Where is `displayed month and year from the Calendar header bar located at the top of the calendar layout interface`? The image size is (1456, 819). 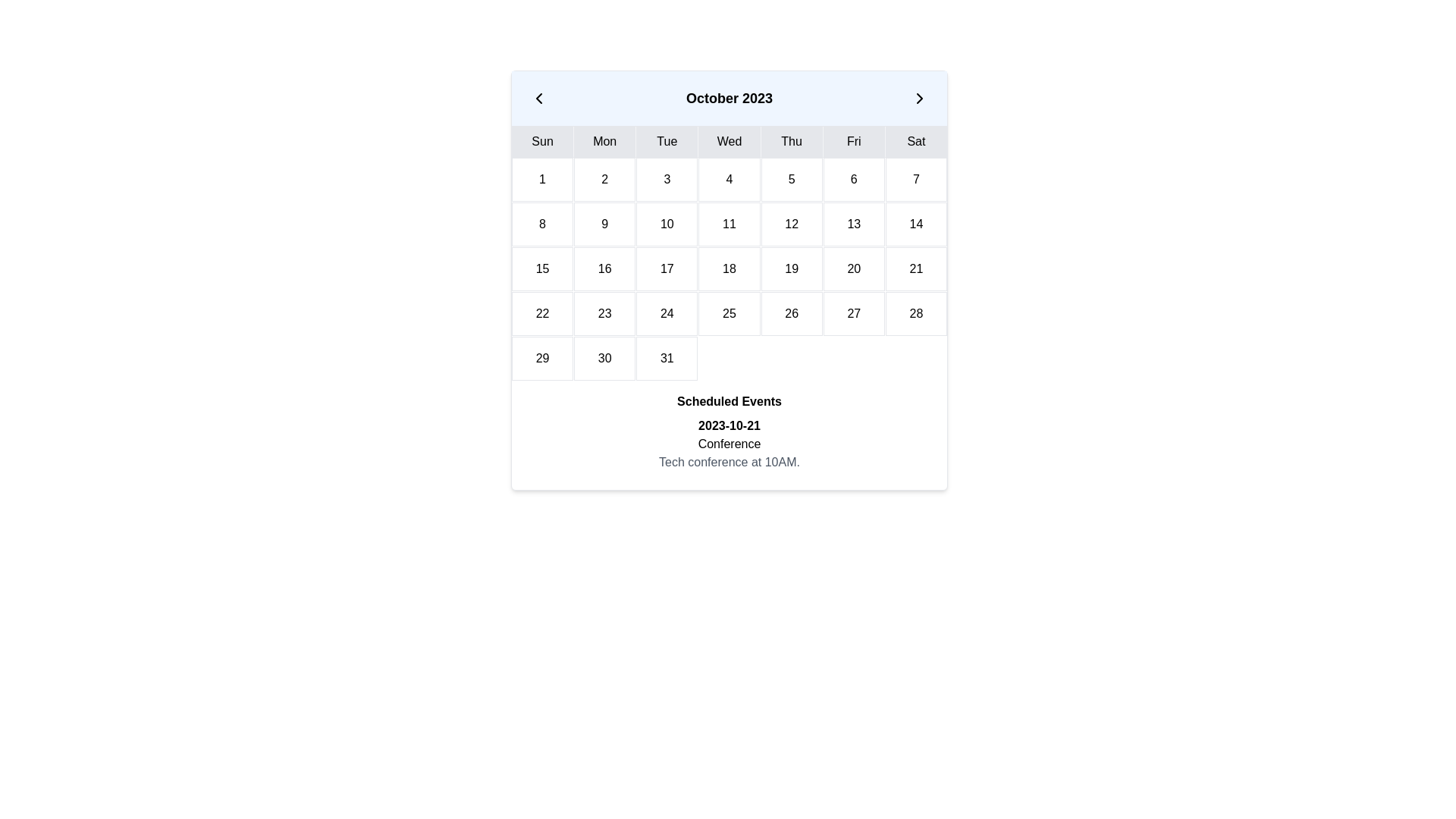
displayed month and year from the Calendar header bar located at the top of the calendar layout interface is located at coordinates (729, 99).